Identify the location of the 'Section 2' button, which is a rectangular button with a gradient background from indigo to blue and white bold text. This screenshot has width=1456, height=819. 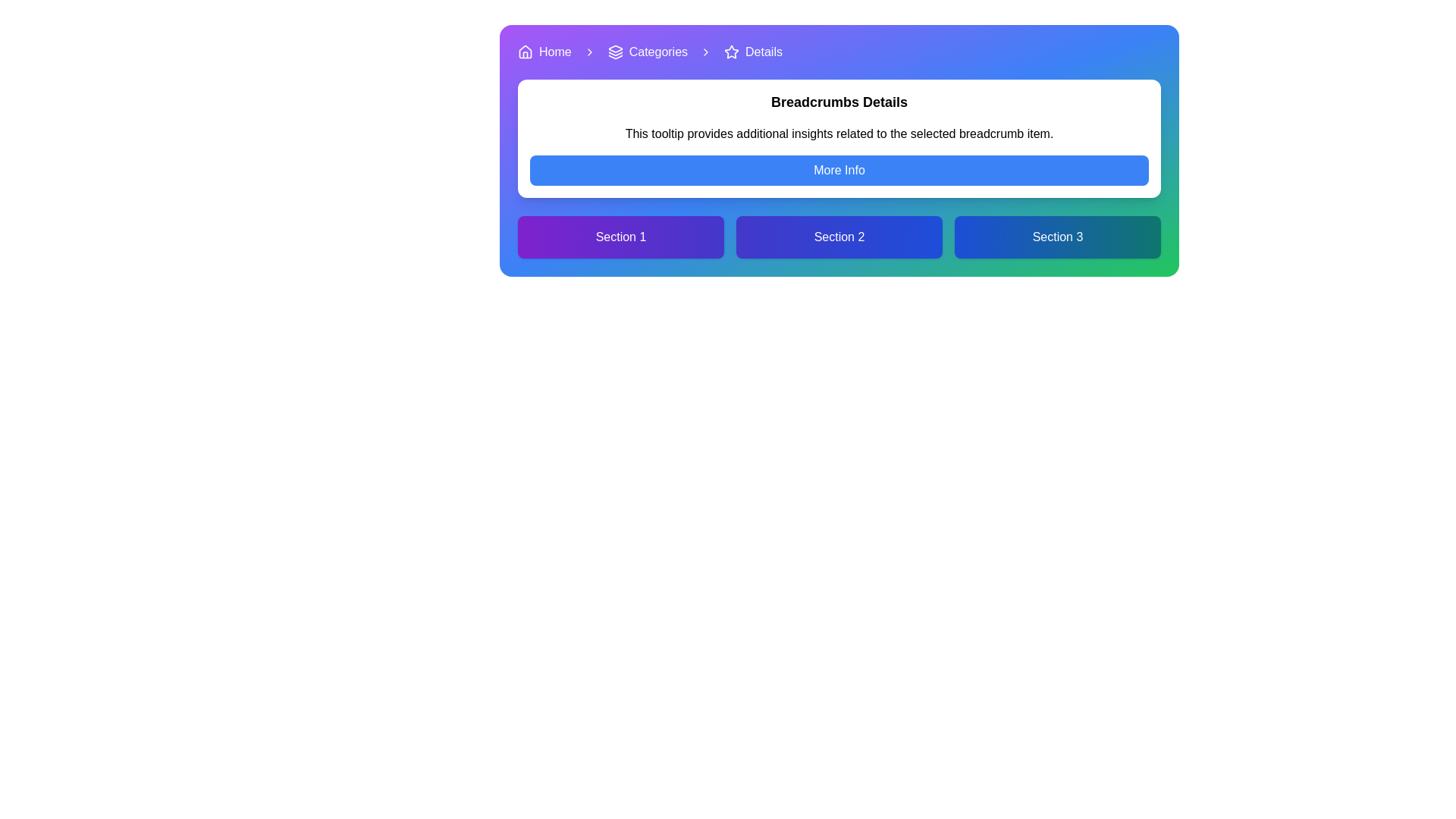
(839, 237).